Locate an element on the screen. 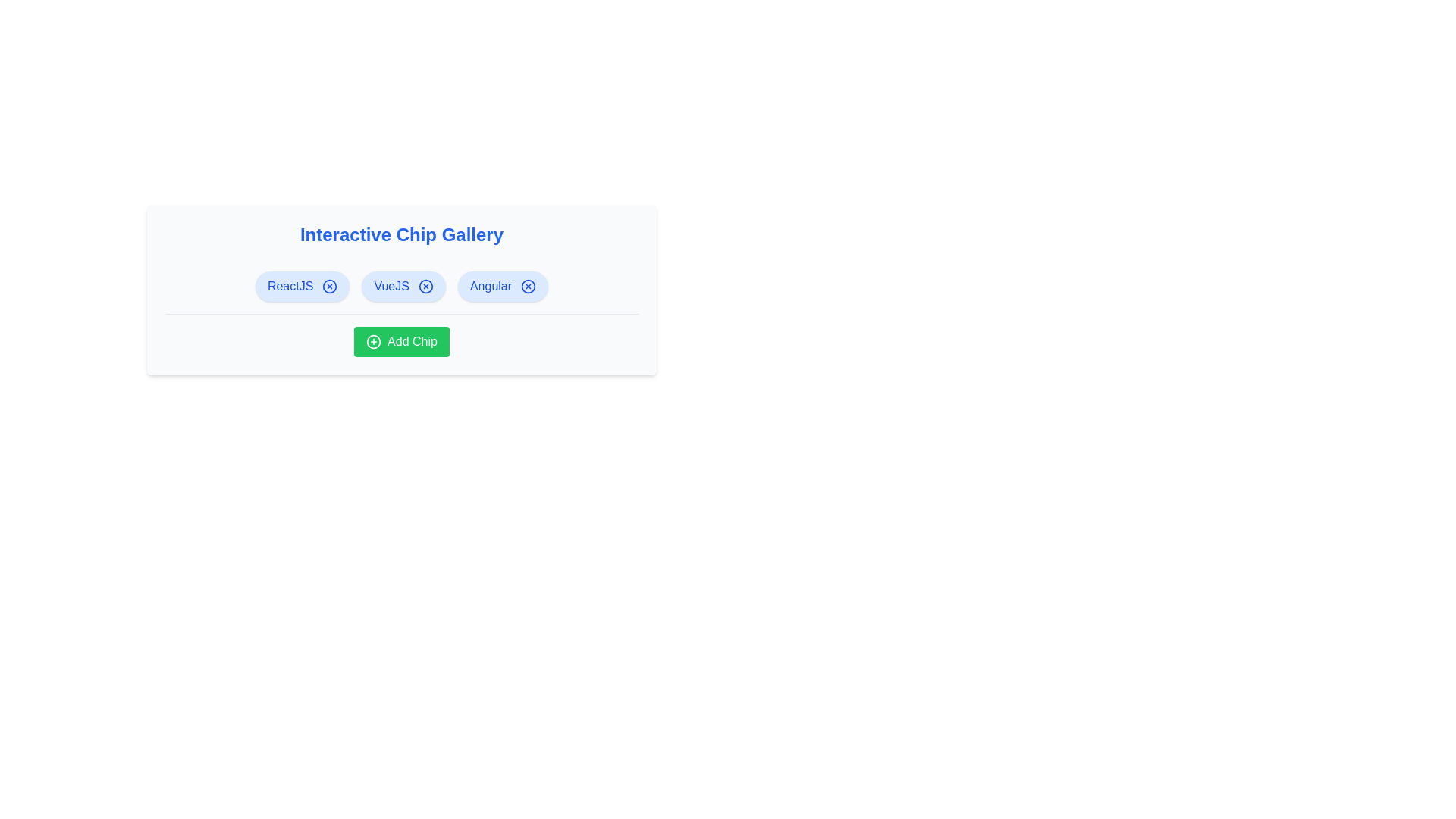 The width and height of the screenshot is (1456, 819). the 'X' icon of the chip labeled VueJS to remove it is located at coordinates (425, 287).